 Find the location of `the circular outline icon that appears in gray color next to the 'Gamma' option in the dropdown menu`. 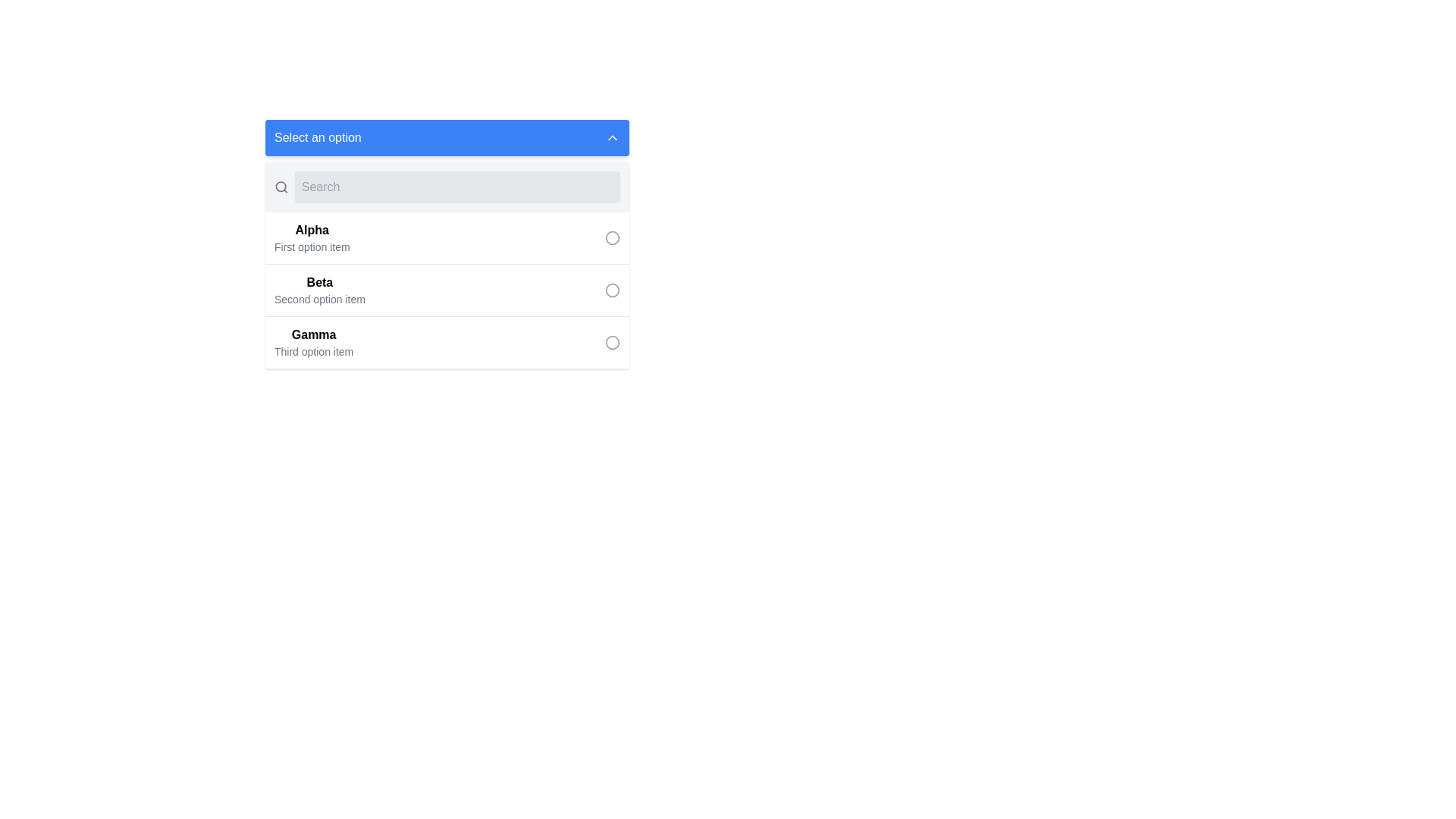

the circular outline icon that appears in gray color next to the 'Gamma' option in the dropdown menu is located at coordinates (612, 342).